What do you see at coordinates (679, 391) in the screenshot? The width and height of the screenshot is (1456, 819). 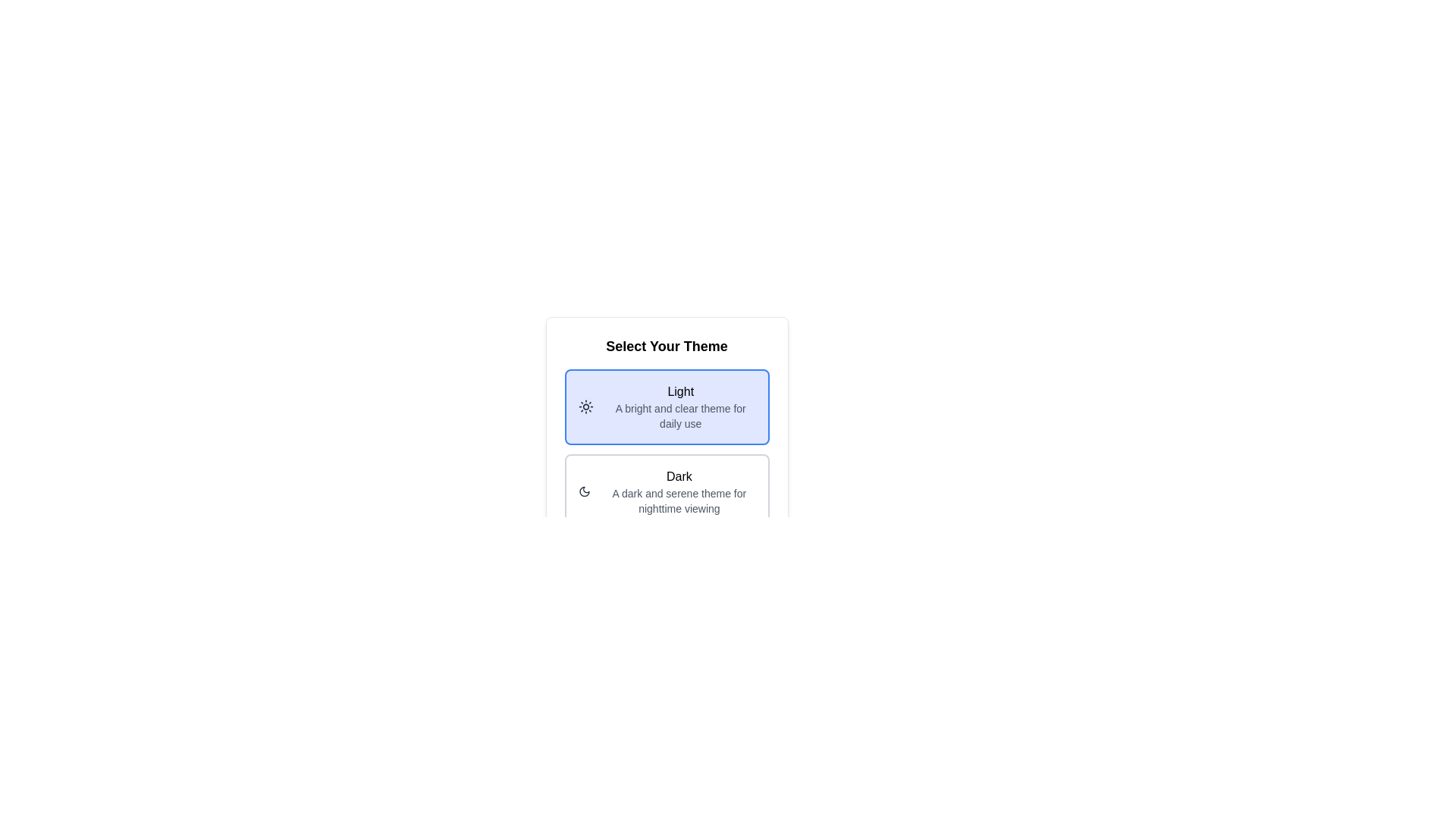 I see `the text label displaying the word 'Light' which is styled in a medium bold font and located at the top of its themed selection card` at bounding box center [679, 391].